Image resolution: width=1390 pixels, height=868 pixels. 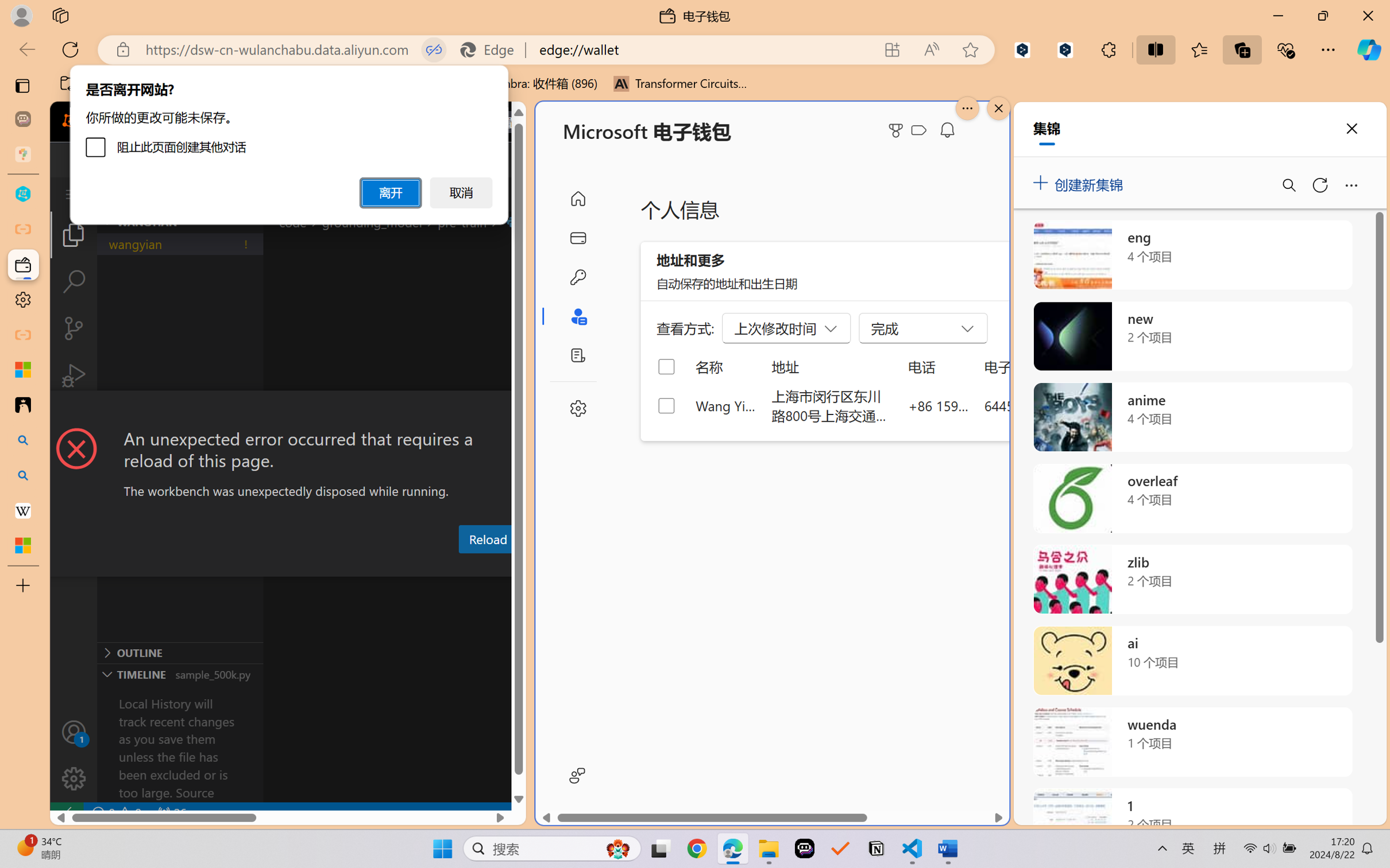 I want to click on 'Run and Debug (Ctrl+Shift+D)', so click(x=73, y=375).